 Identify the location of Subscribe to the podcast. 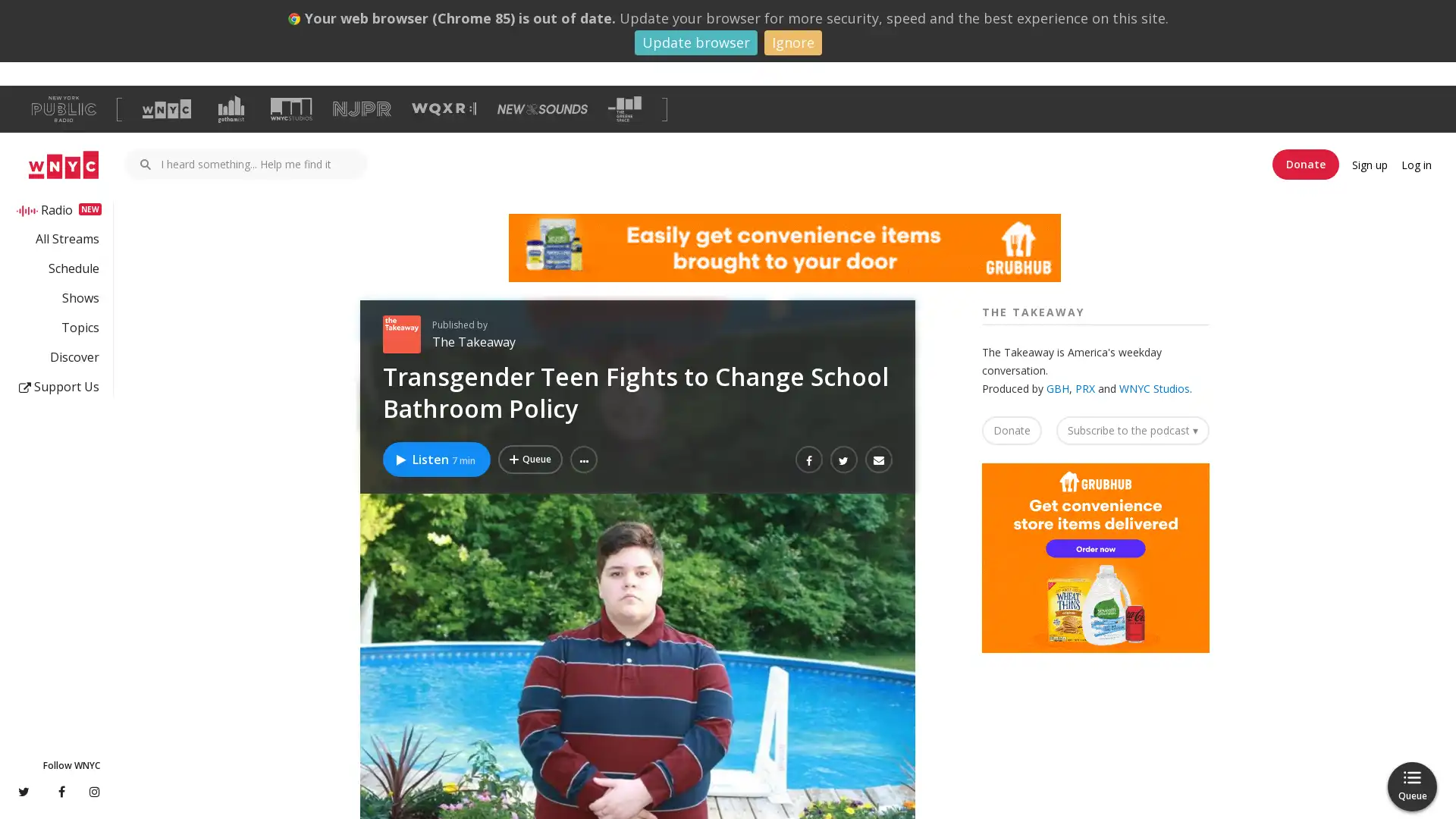
(1131, 430).